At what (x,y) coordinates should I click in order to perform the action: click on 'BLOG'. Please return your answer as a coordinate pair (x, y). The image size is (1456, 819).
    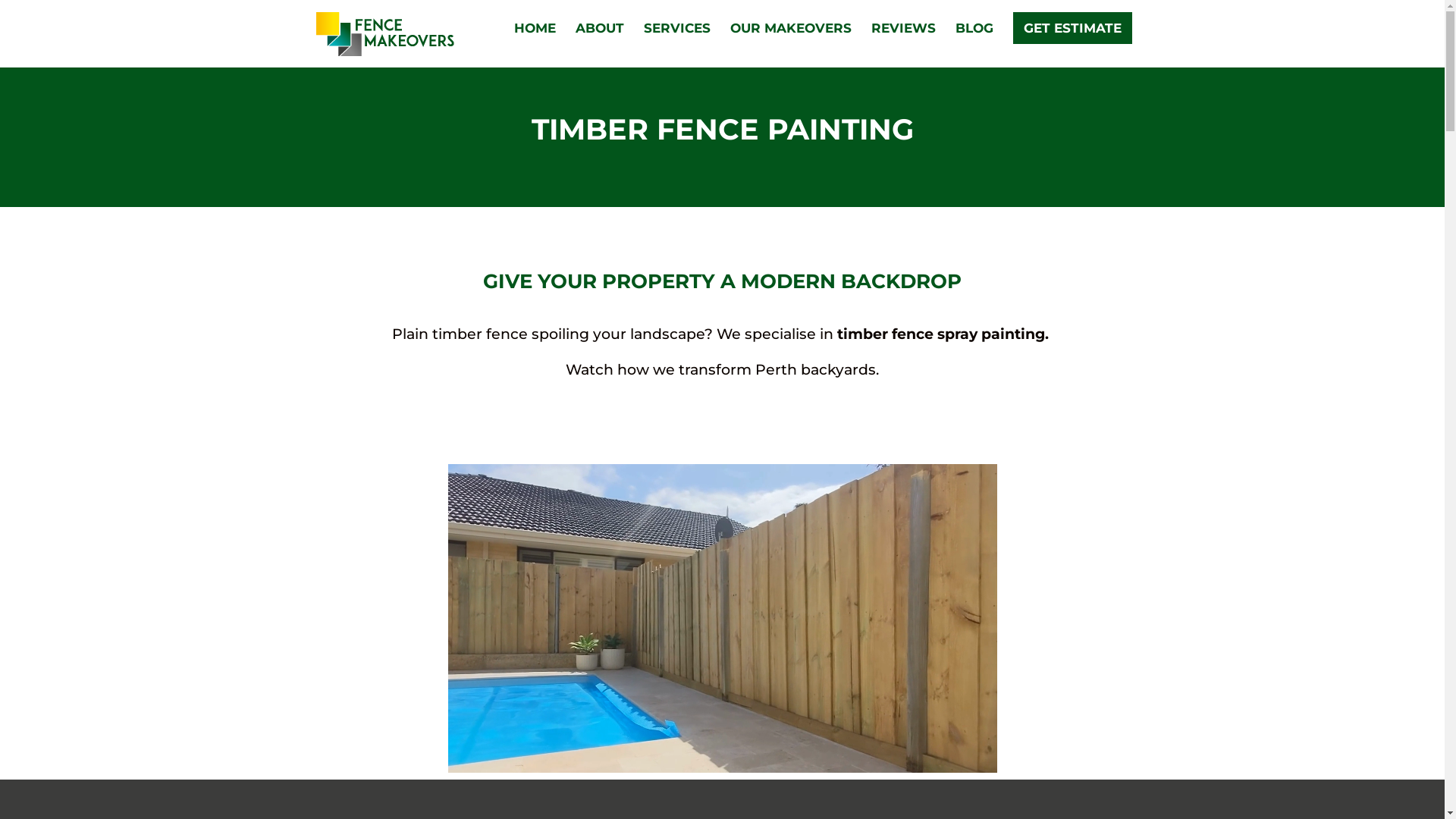
    Looking at the image, I should click on (954, 44).